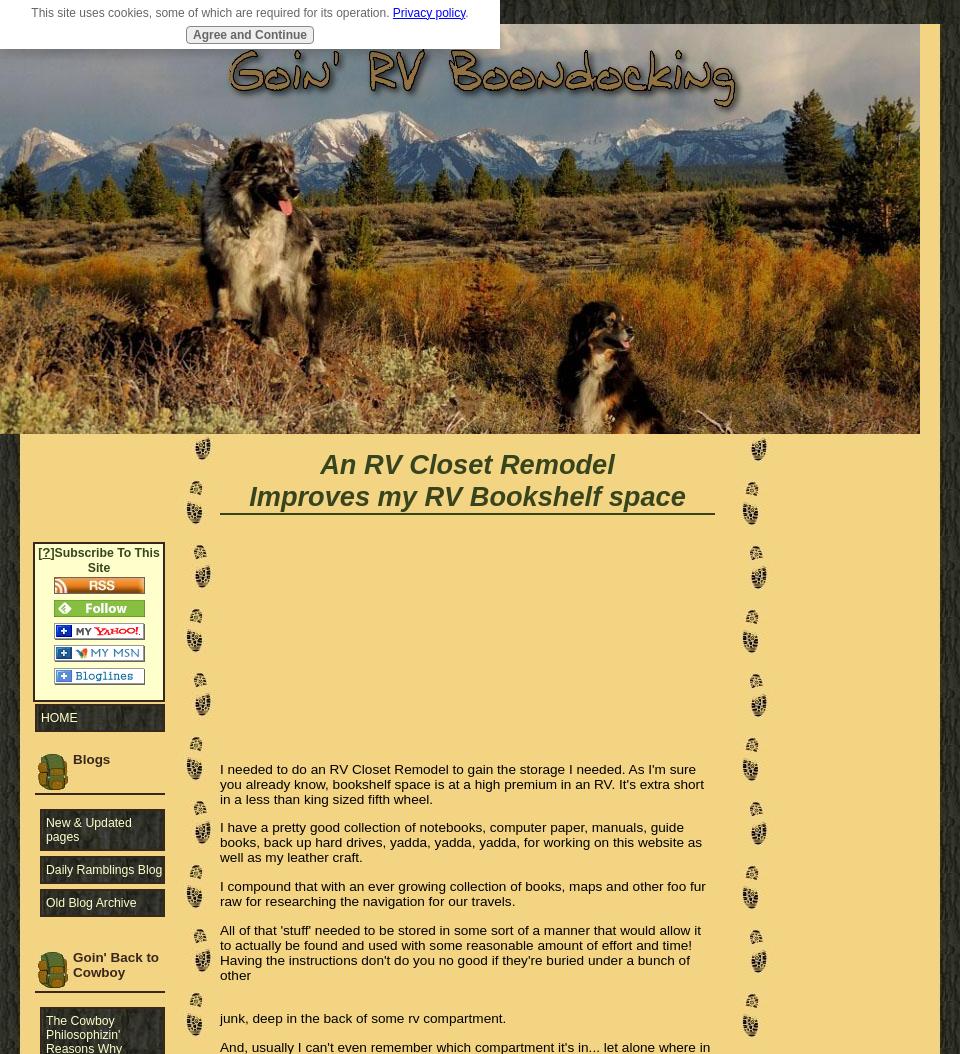 This screenshot has width=960, height=1054. I want to click on 'Old Blog Archive', so click(91, 901).